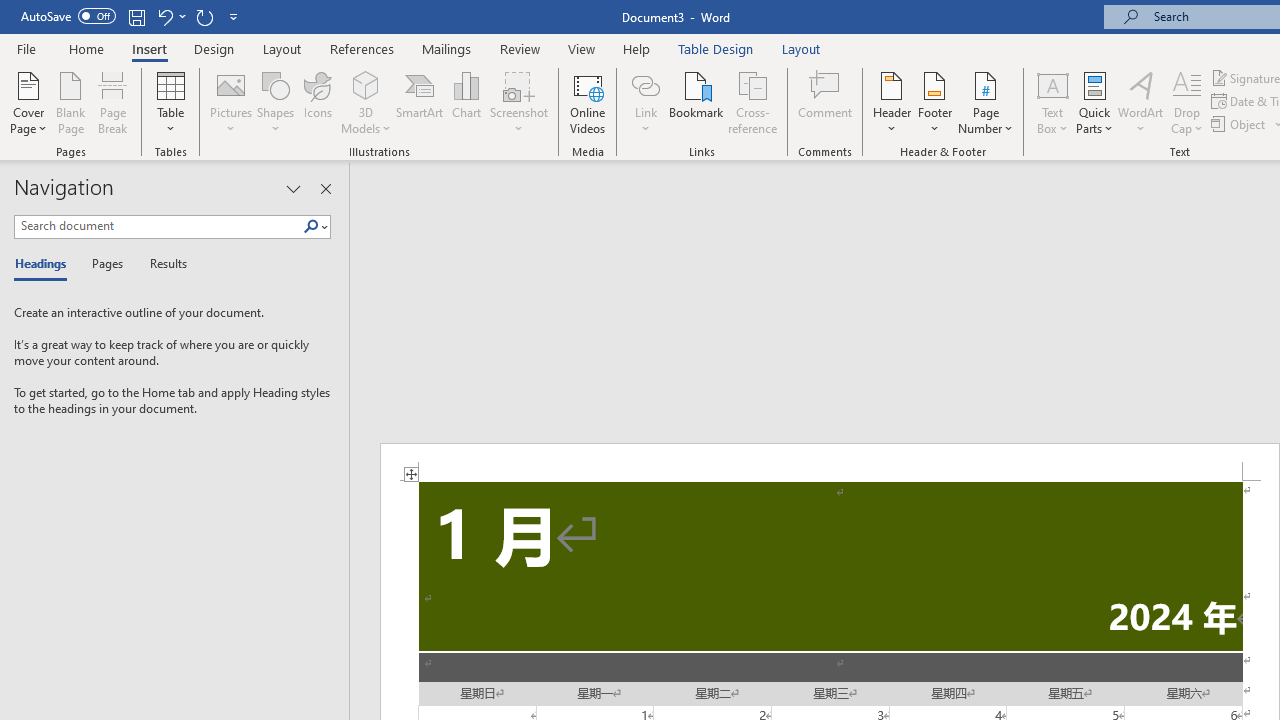 This screenshot has width=1280, height=720. I want to click on 'Quick Access Toolbar', so click(130, 16).